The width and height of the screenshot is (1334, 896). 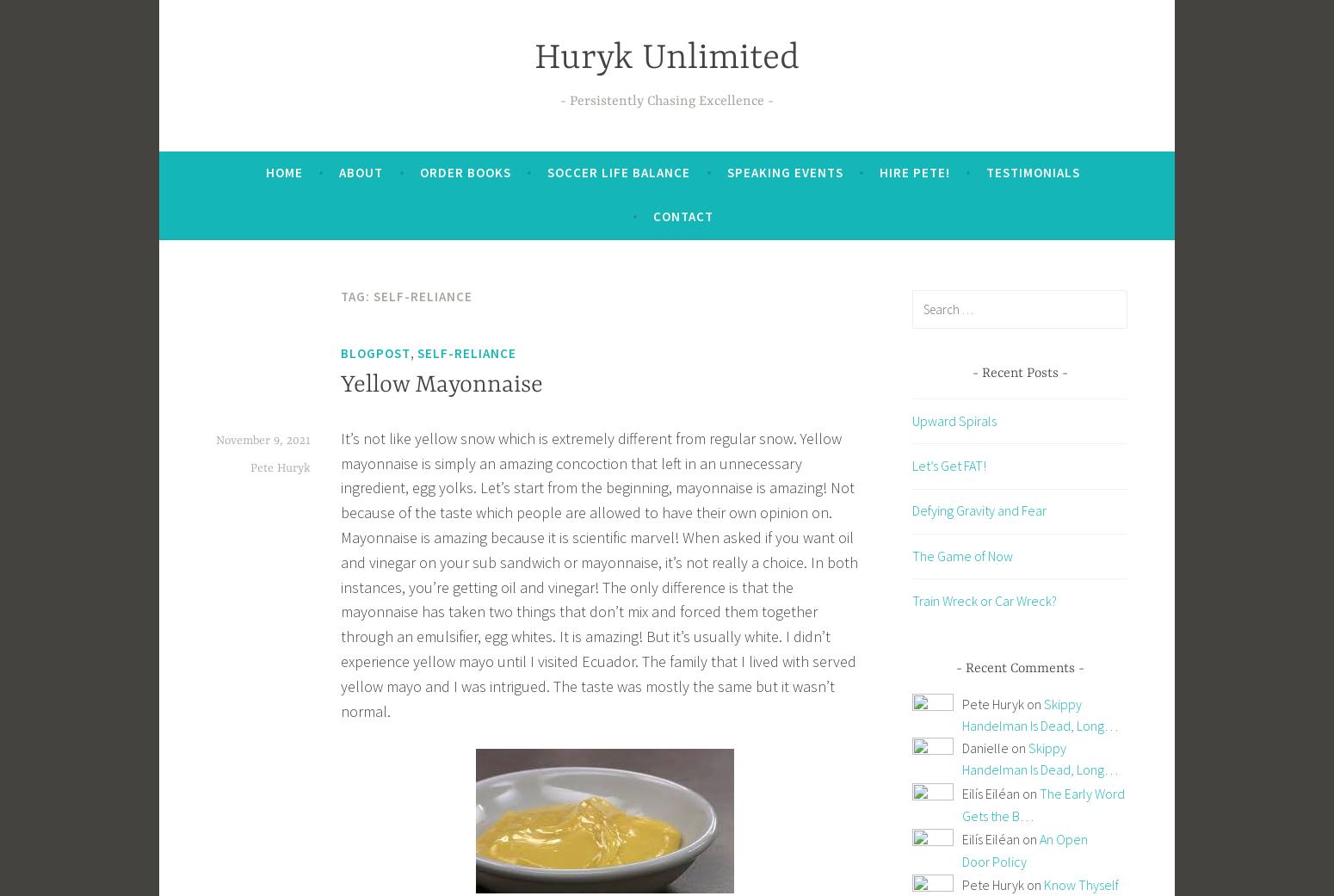 I want to click on 'Upward Spirals', so click(x=954, y=419).